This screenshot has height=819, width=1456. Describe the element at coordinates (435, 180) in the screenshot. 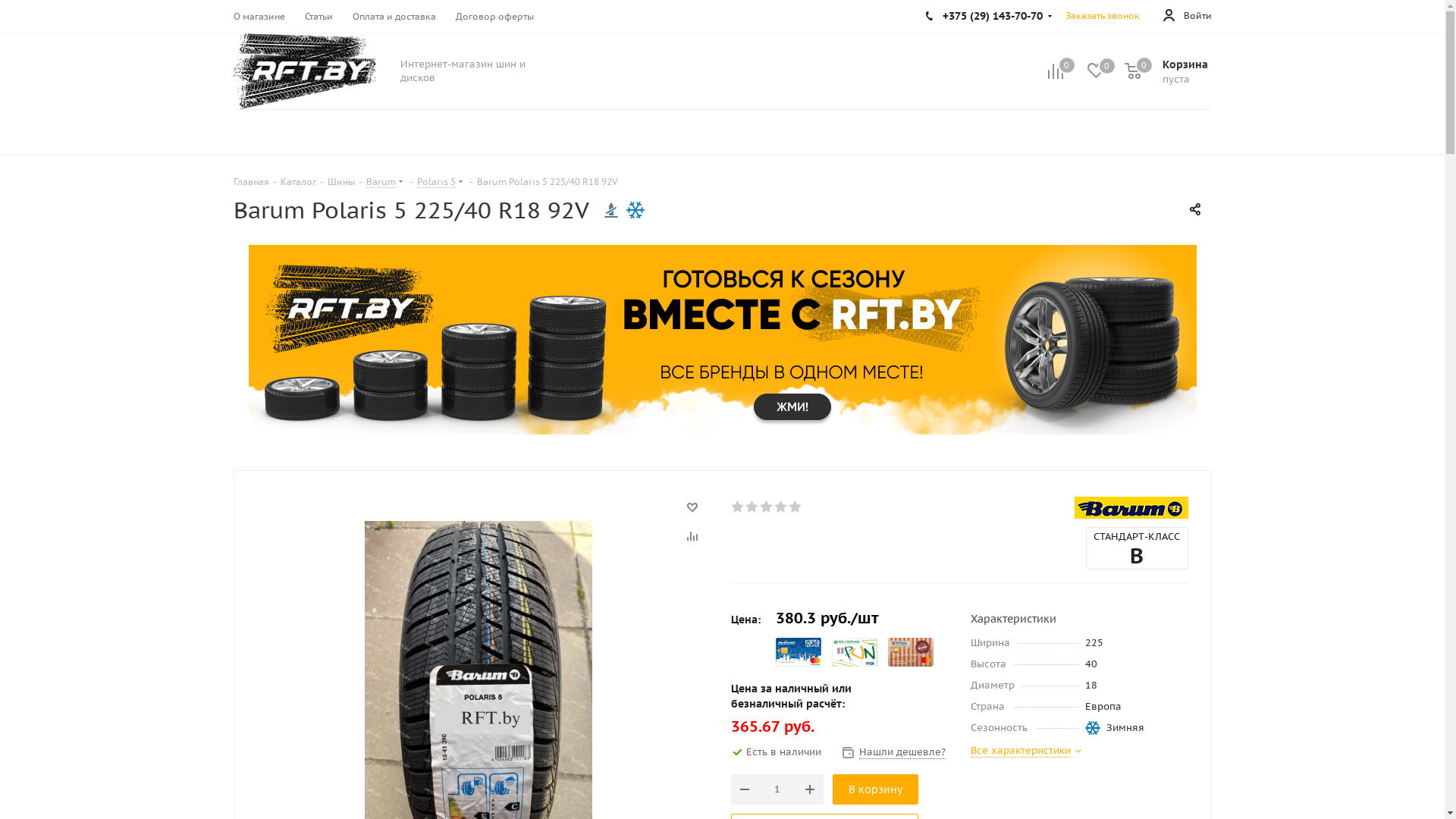

I see `'Polaris 5'` at that location.